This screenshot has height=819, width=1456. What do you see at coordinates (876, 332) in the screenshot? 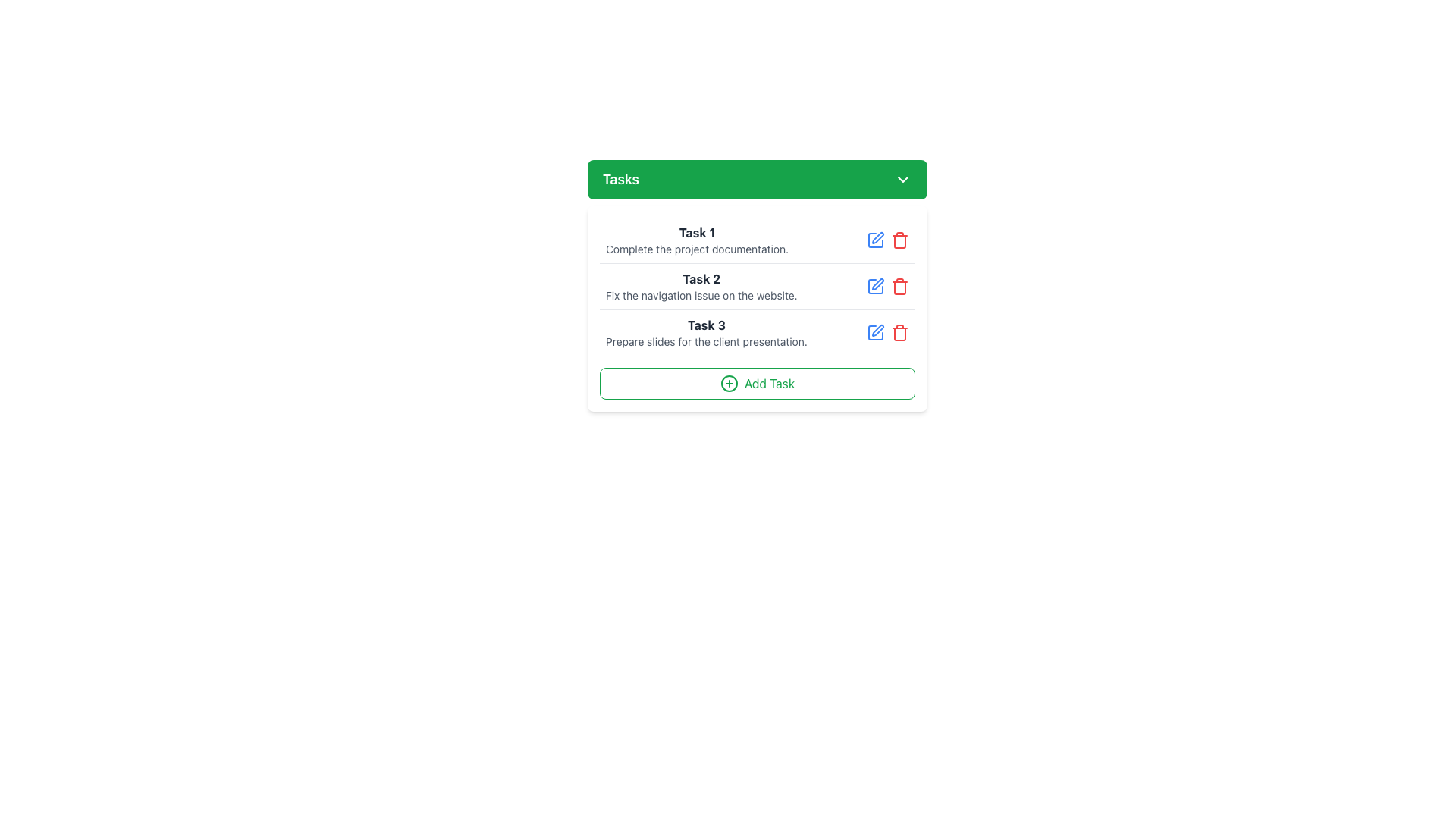
I see `the blue pen icon button in the 'Tasks' interface` at bounding box center [876, 332].